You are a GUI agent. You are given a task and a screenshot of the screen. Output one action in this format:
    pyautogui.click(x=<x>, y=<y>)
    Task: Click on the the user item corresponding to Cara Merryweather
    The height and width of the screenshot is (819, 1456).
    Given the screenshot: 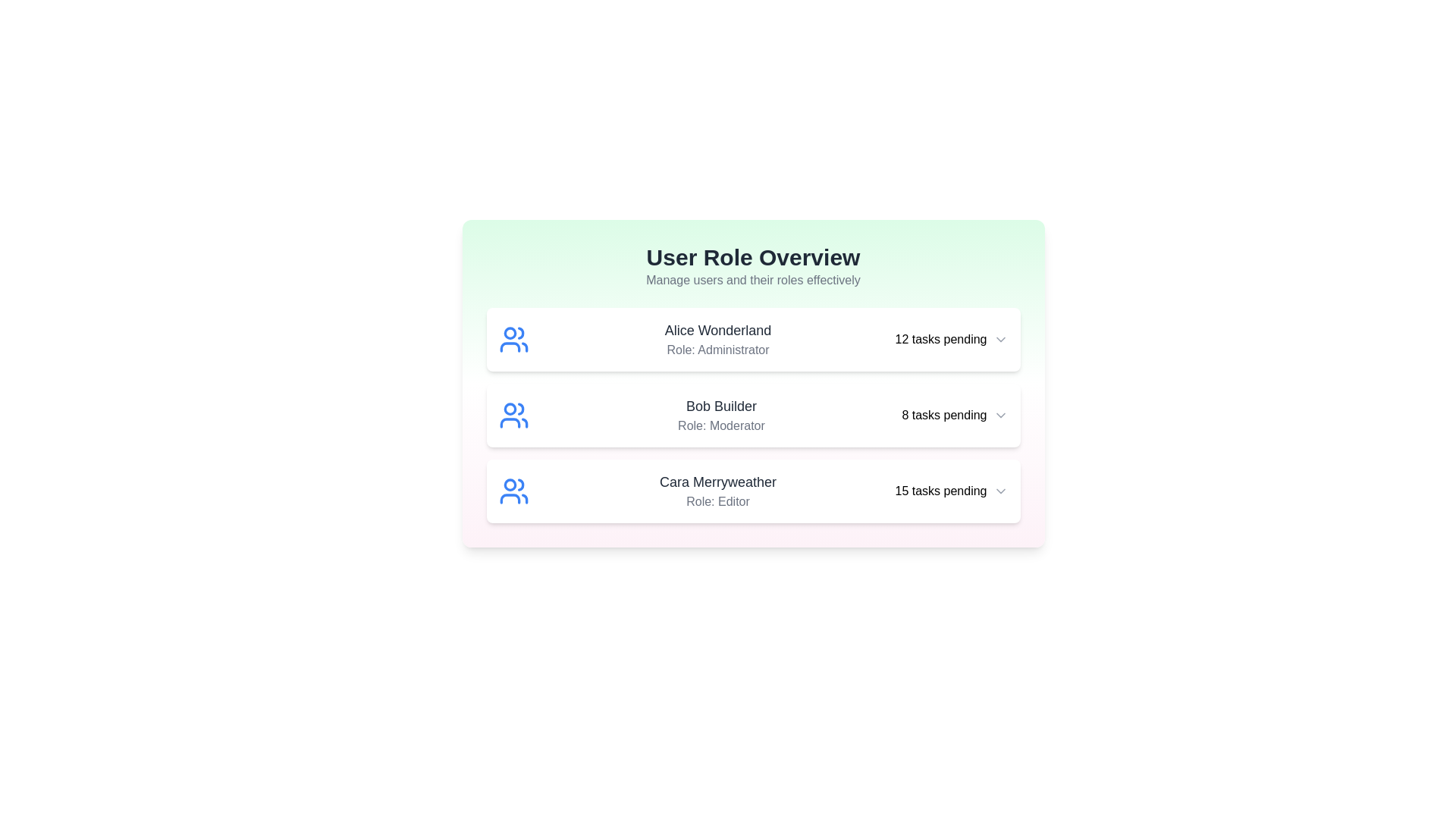 What is the action you would take?
    pyautogui.click(x=753, y=491)
    